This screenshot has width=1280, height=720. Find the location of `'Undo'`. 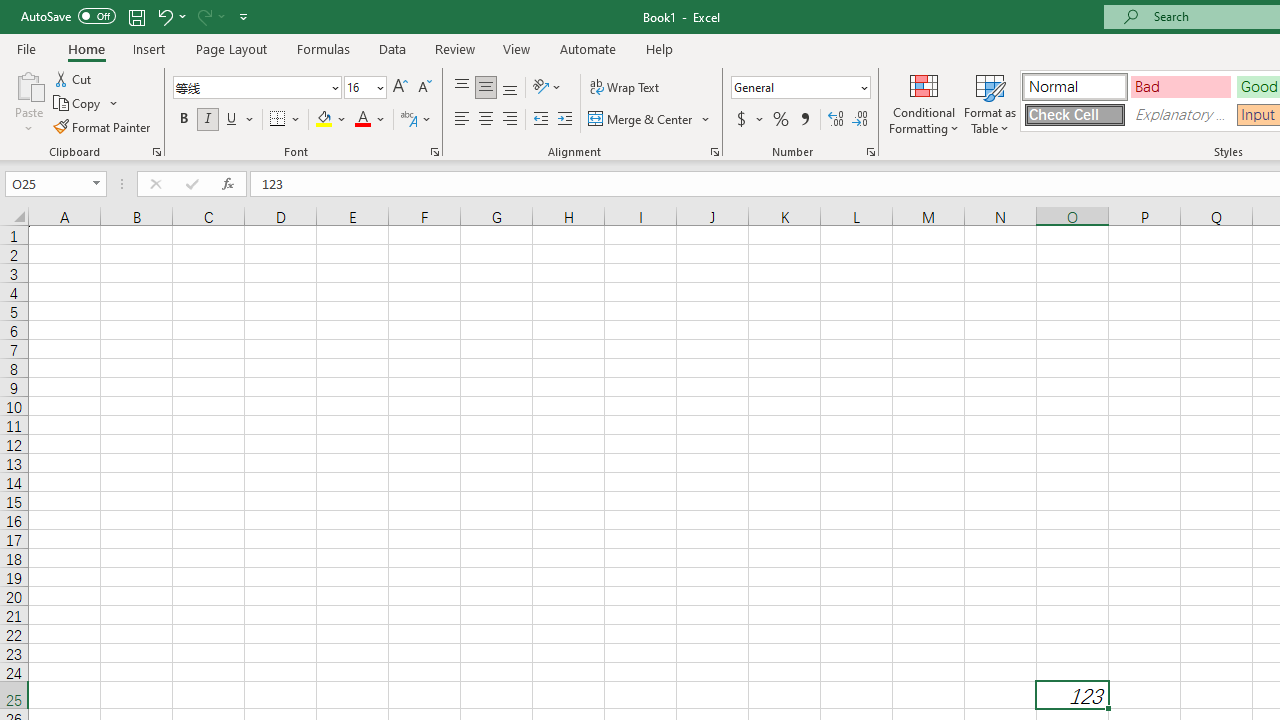

'Undo' is located at coordinates (164, 16).